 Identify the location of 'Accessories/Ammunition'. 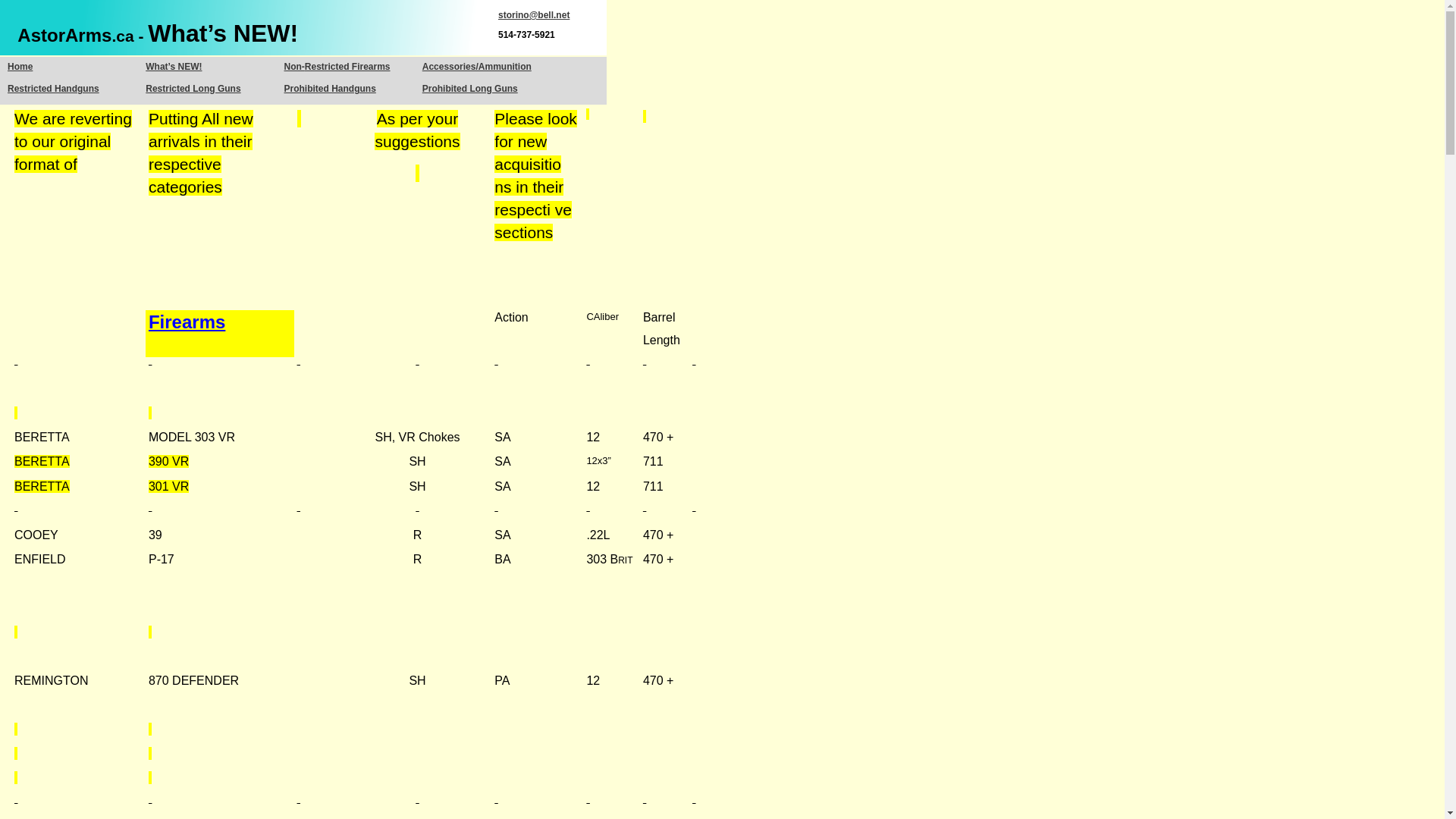
(422, 66).